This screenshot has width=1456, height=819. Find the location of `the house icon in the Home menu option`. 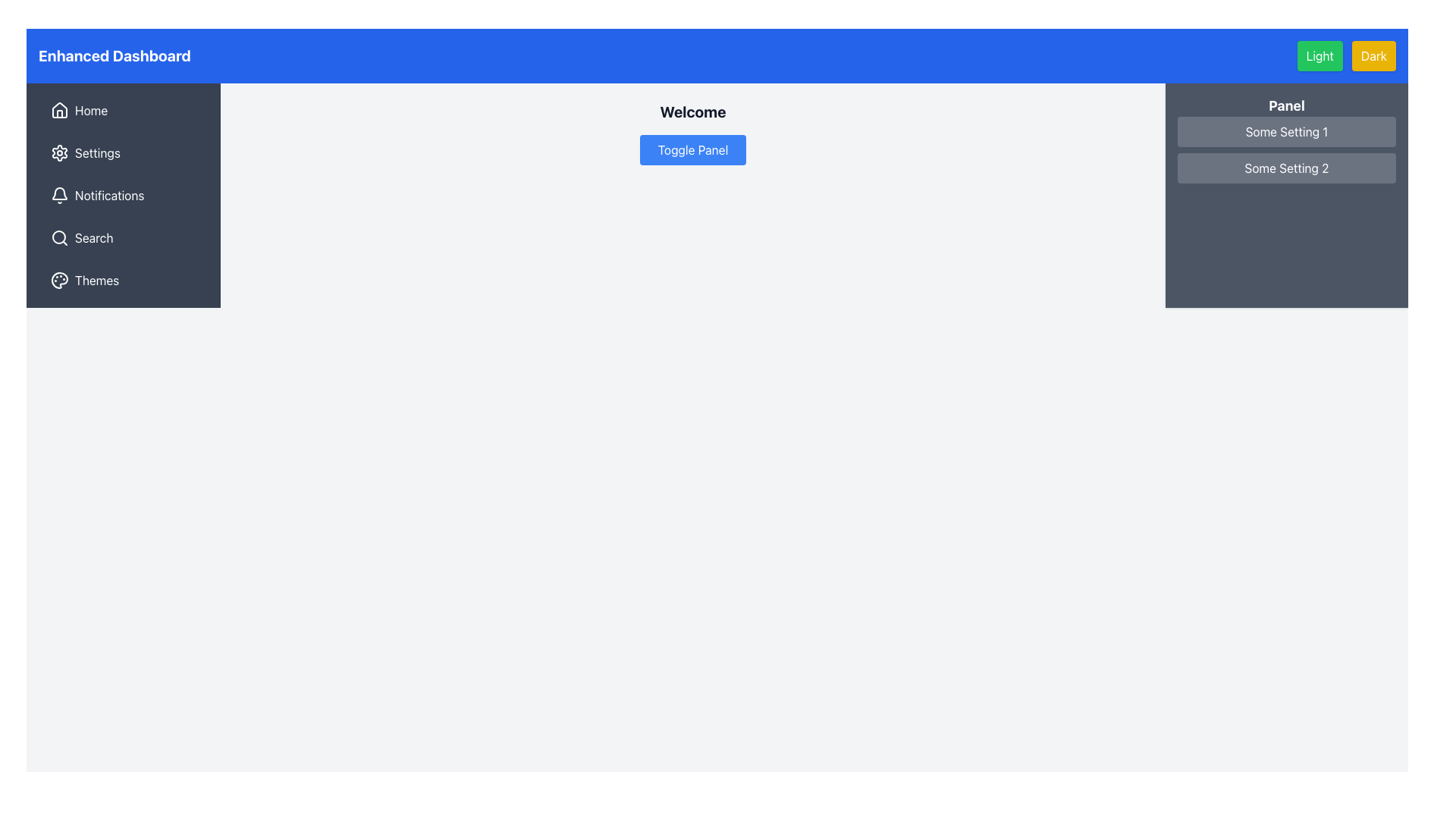

the house icon in the Home menu option is located at coordinates (59, 110).